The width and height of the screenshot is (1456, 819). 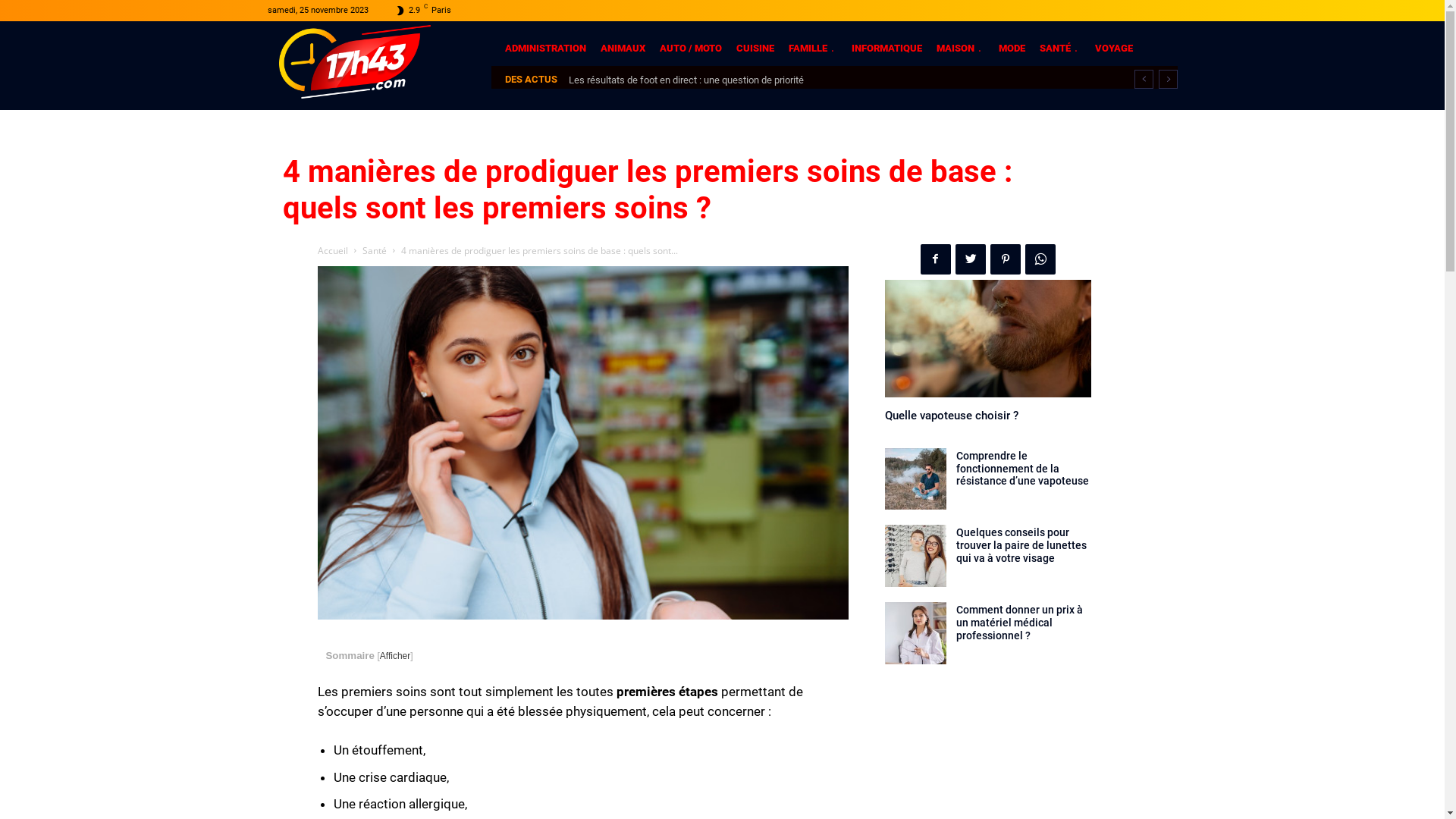 What do you see at coordinates (811, 47) in the screenshot?
I see `'FAMILLE'` at bounding box center [811, 47].